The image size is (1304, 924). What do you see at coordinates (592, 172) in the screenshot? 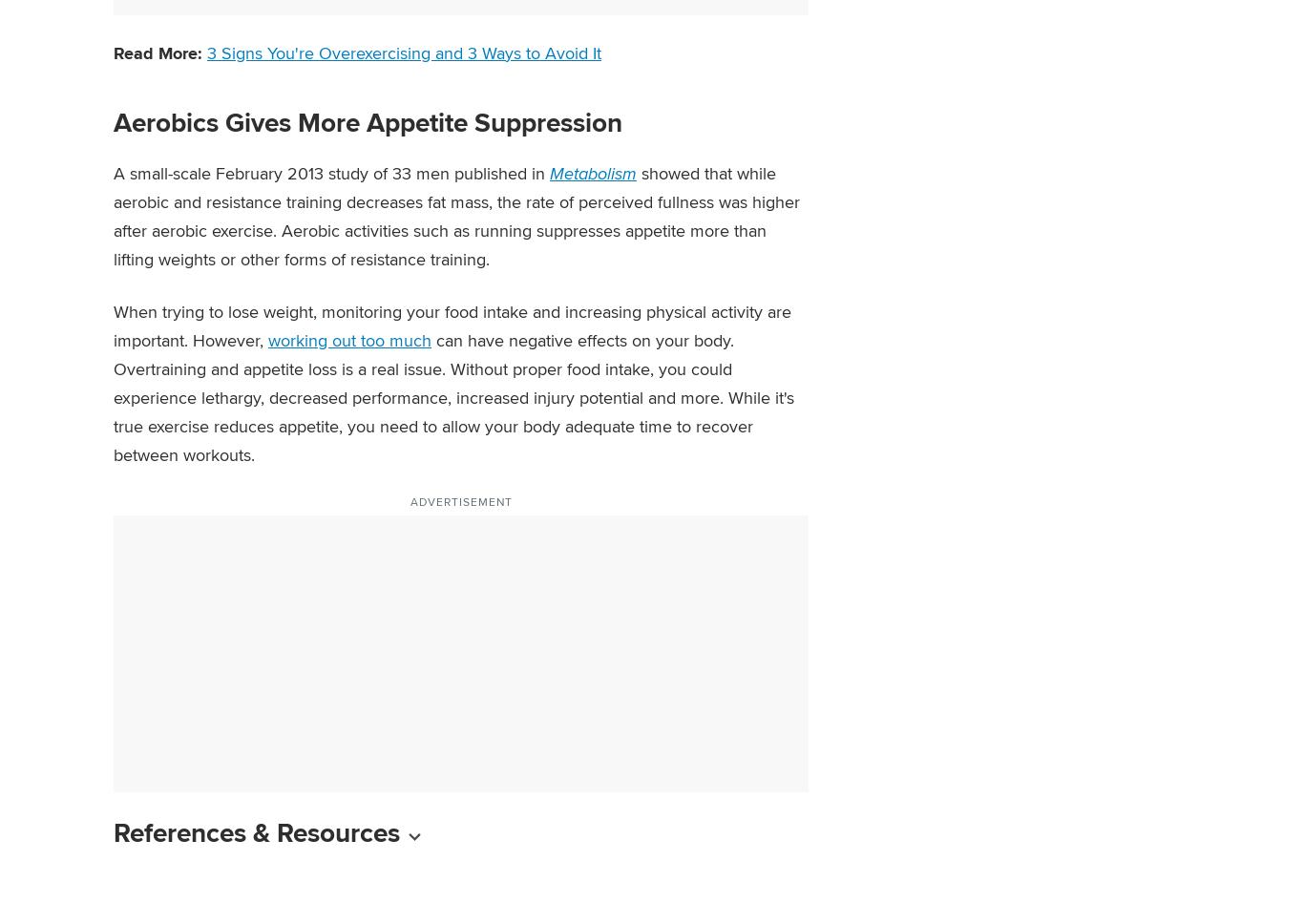
I see `'Metabolism'` at bounding box center [592, 172].